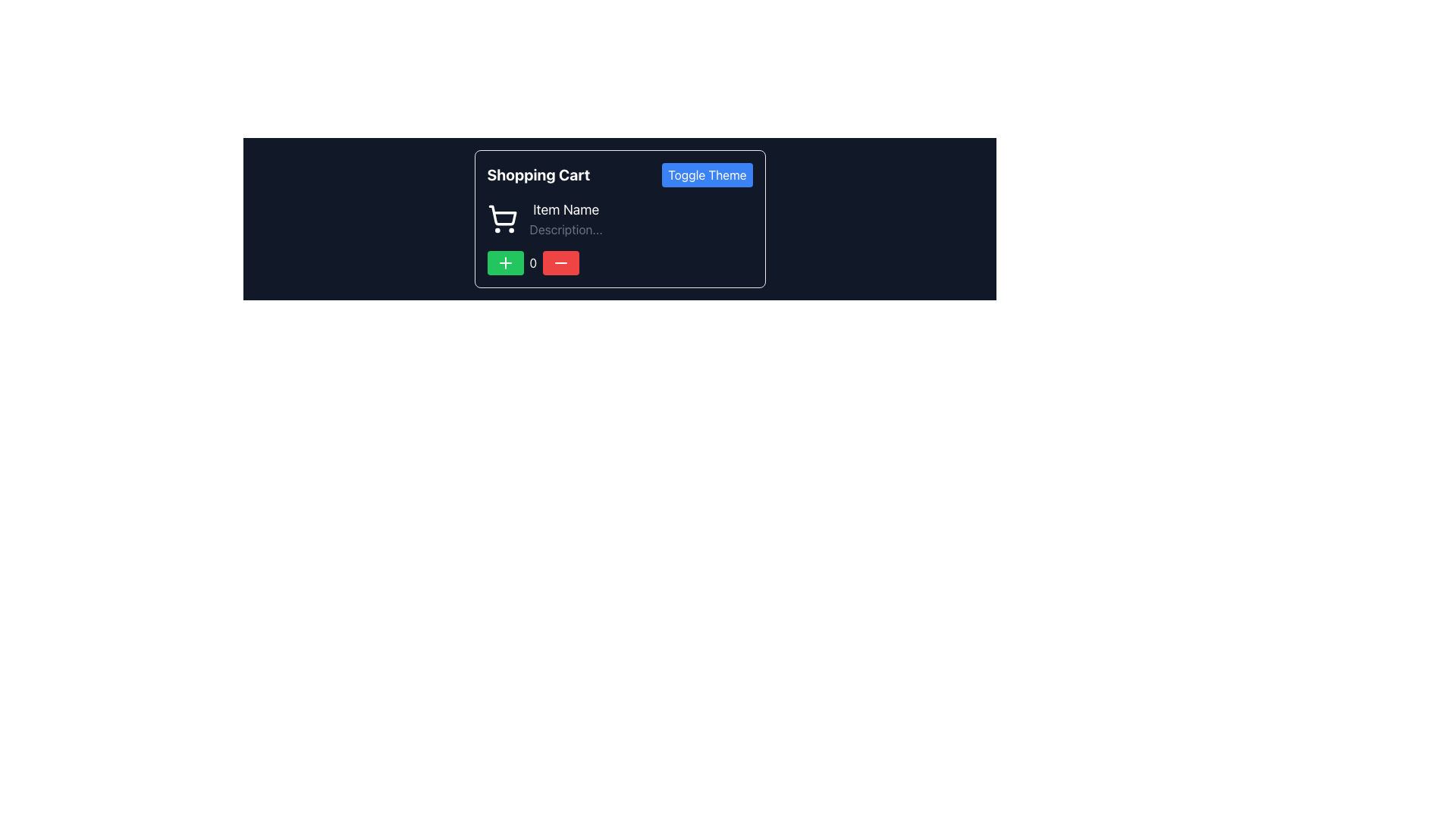 This screenshot has width=1456, height=819. What do you see at coordinates (565, 210) in the screenshot?
I see `the 'Item Name' text label which is displayed in a larger font style within the 'Shopping Cart' section, positioned above the descriptive text` at bounding box center [565, 210].